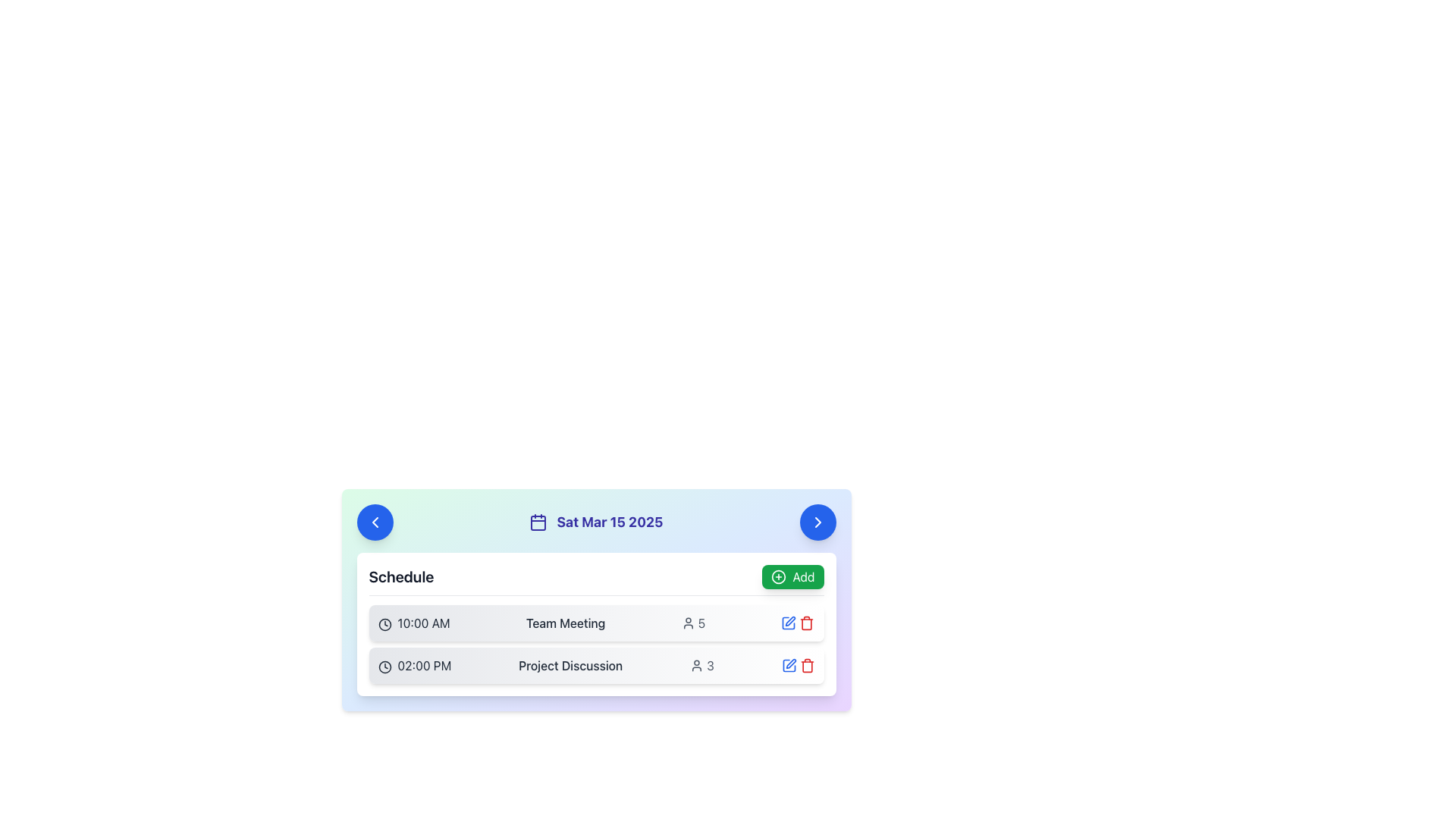 This screenshot has height=819, width=1456. What do you see at coordinates (375, 522) in the screenshot?
I see `the button located to the left of the date 'Sat Mar 15 2025' in the header section` at bounding box center [375, 522].